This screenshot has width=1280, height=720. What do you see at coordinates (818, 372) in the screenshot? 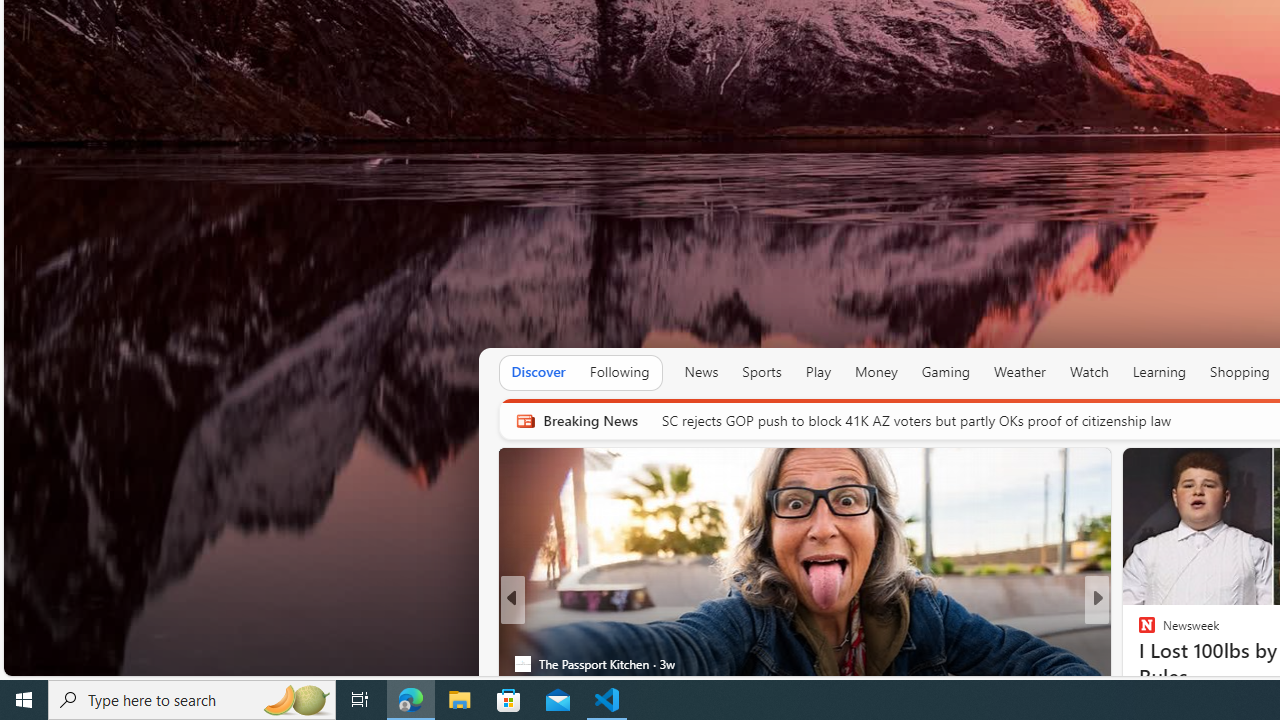
I see `'Play'` at bounding box center [818, 372].